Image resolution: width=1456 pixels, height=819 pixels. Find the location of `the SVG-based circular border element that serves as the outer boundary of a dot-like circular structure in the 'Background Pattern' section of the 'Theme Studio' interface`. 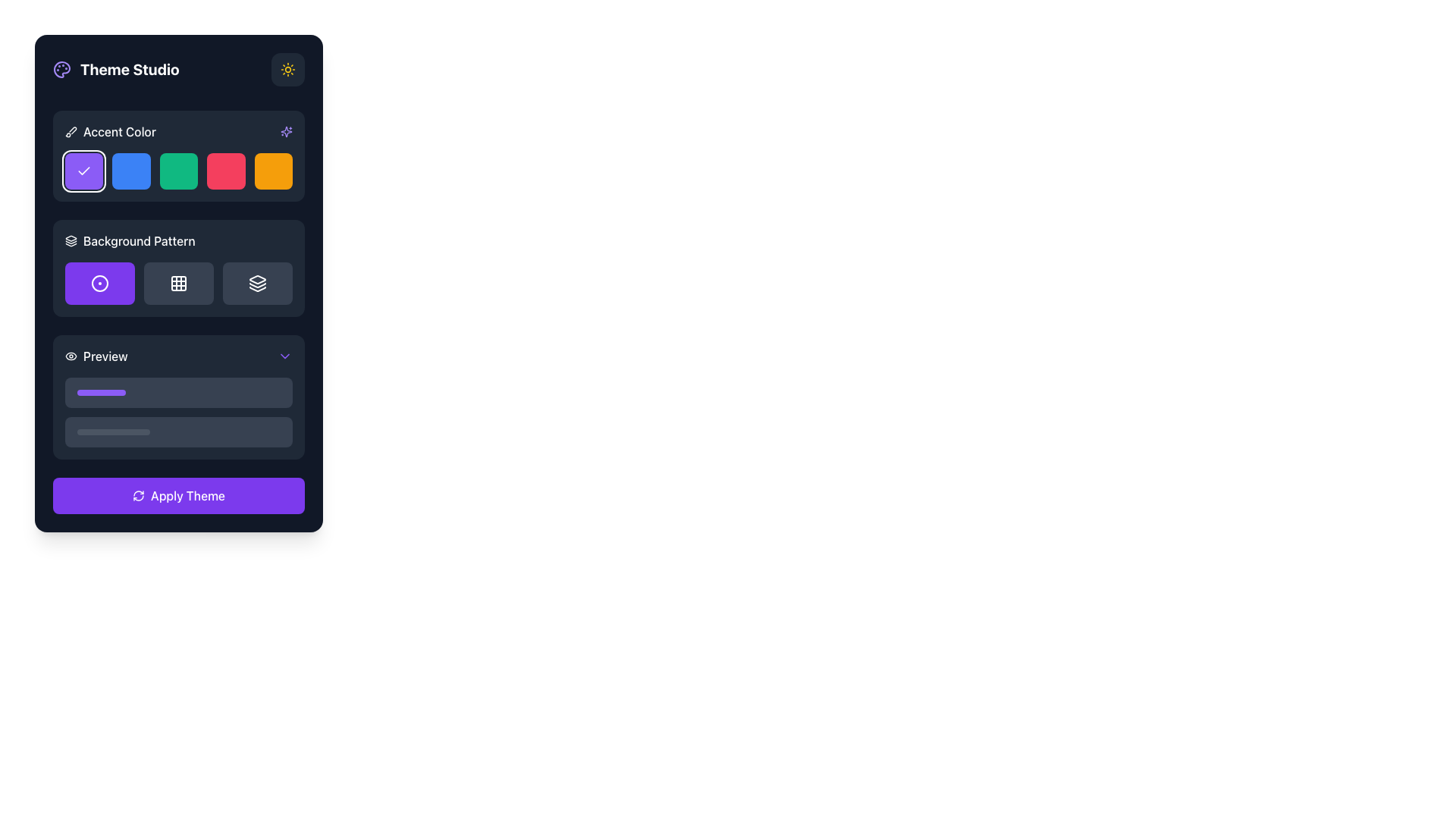

the SVG-based circular border element that serves as the outer boundary of a dot-like circular structure in the 'Background Pattern' section of the 'Theme Studio' interface is located at coordinates (99, 284).